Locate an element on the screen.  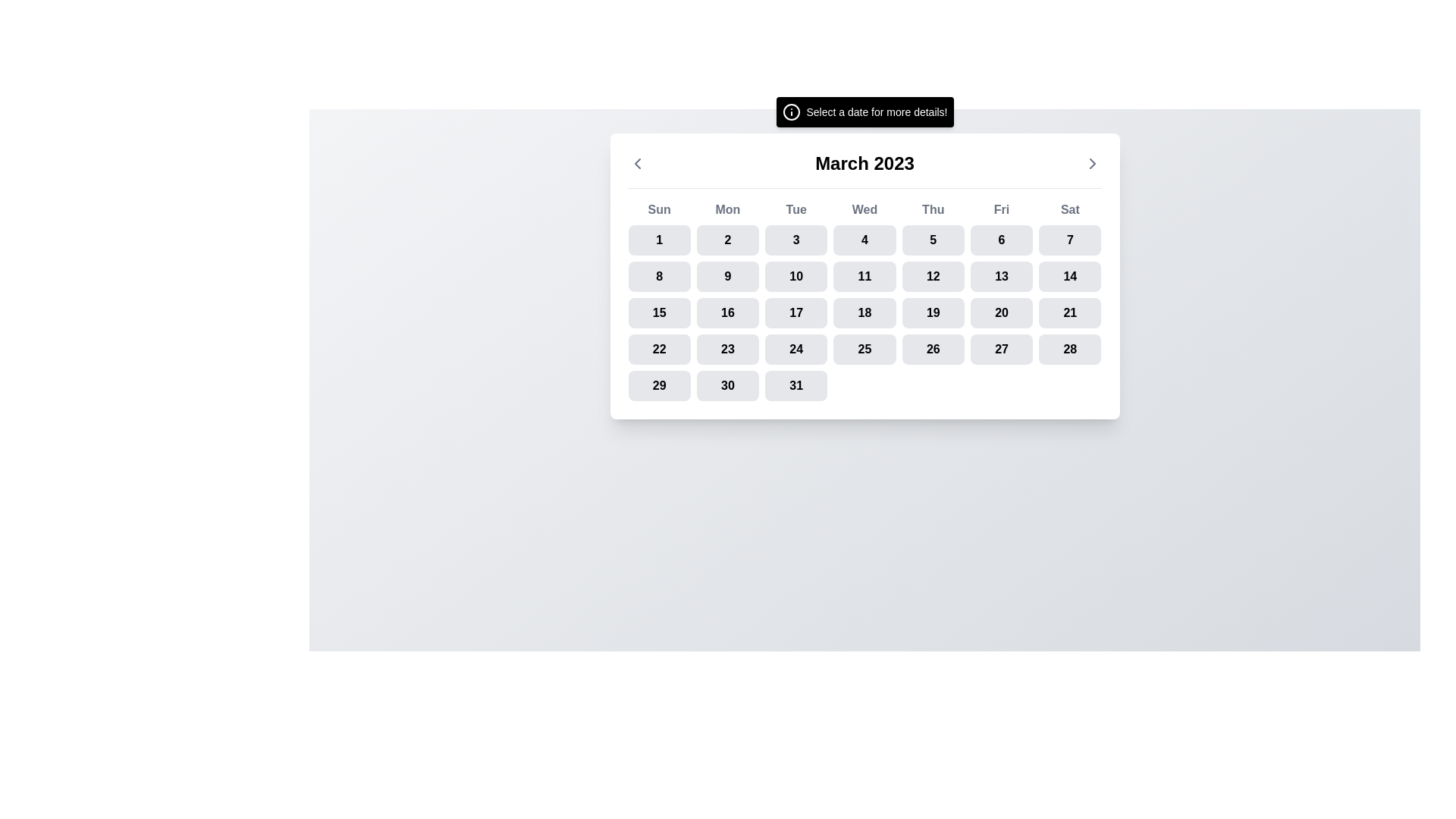
the button labeled '12' in the calendar interface, located on the fourth row and fifth column under 'Thu', to observe the hover effect is located at coordinates (932, 277).